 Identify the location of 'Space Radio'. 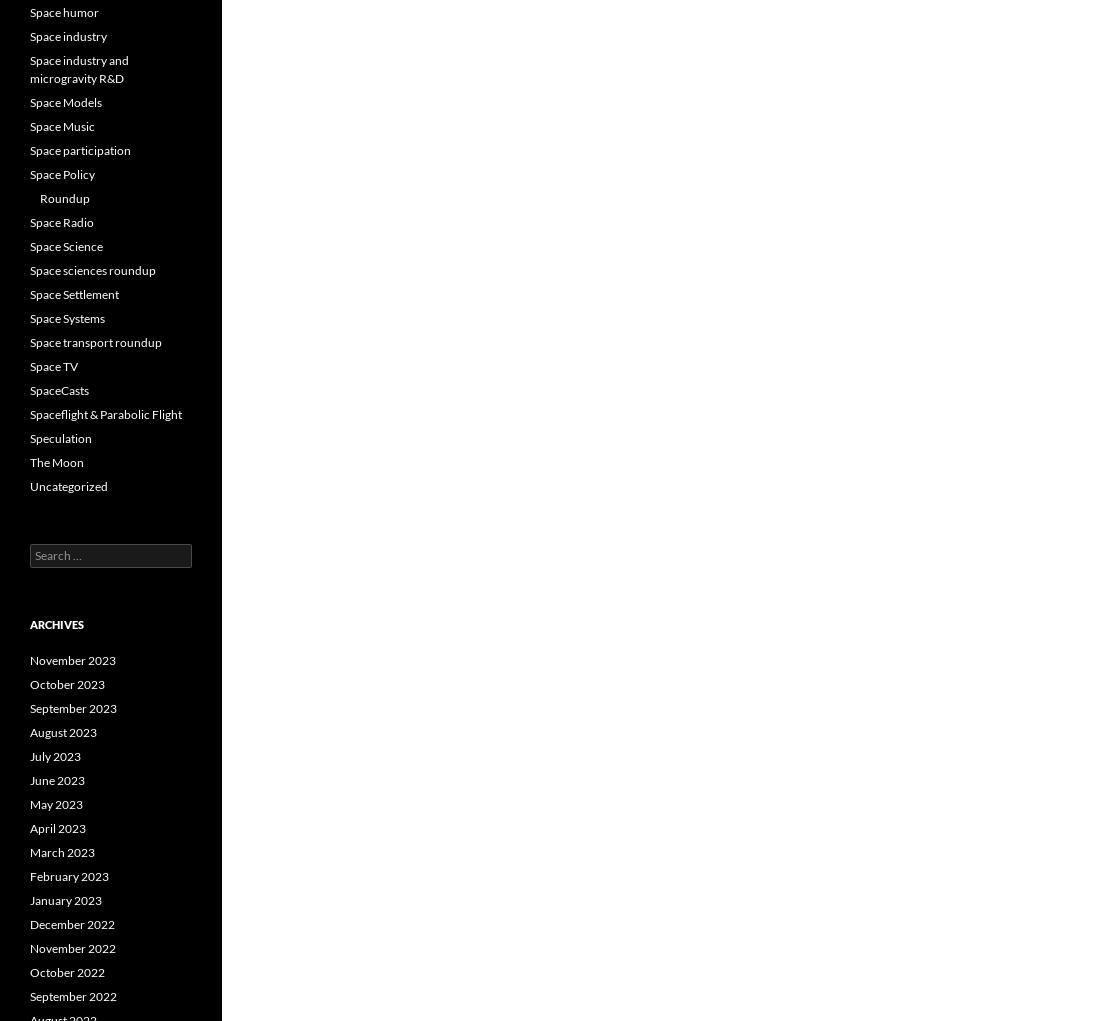
(61, 222).